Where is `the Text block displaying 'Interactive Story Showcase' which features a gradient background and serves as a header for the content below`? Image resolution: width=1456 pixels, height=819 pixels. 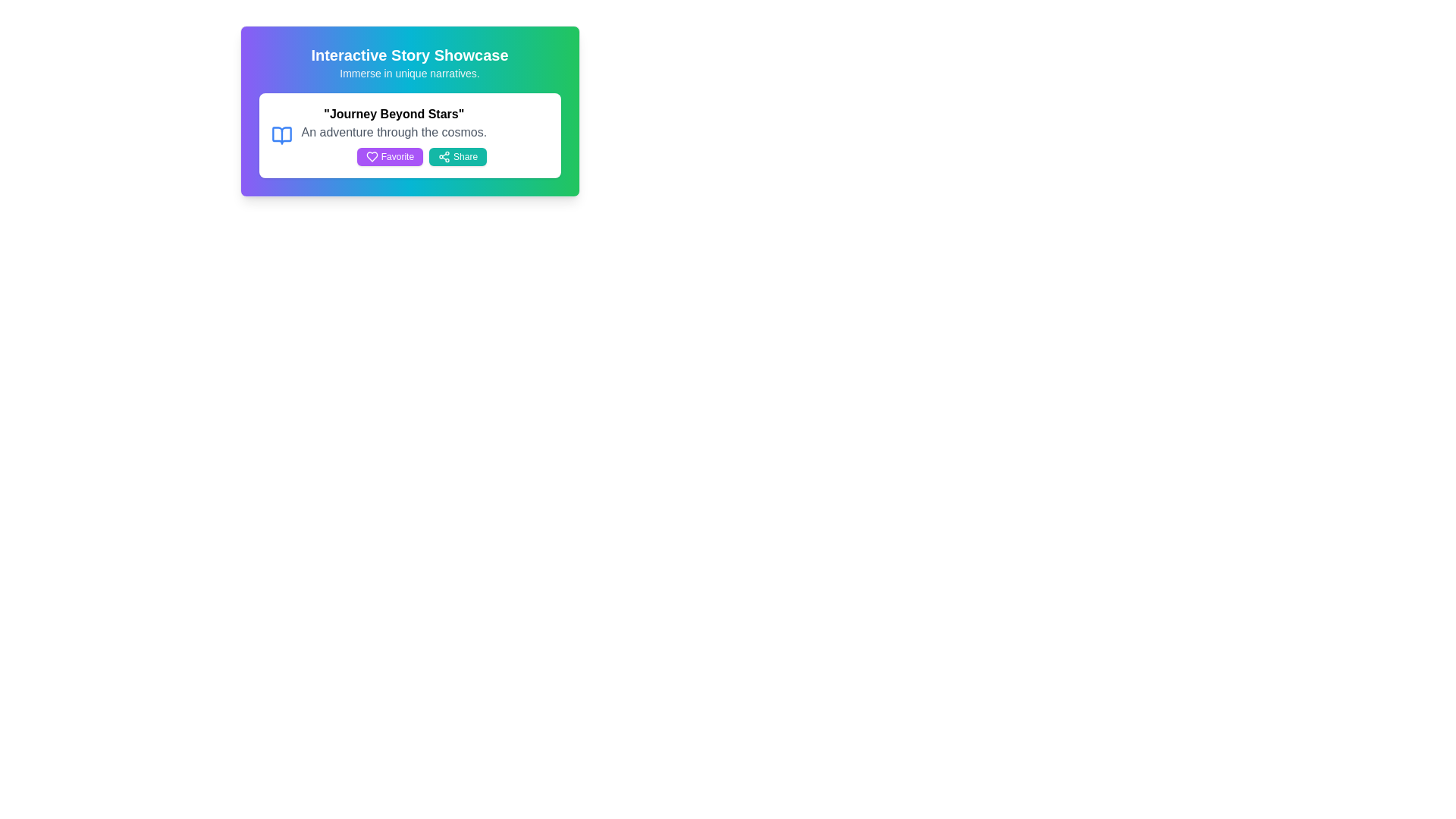 the Text block displaying 'Interactive Story Showcase' which features a gradient background and serves as a header for the content below is located at coordinates (409, 62).